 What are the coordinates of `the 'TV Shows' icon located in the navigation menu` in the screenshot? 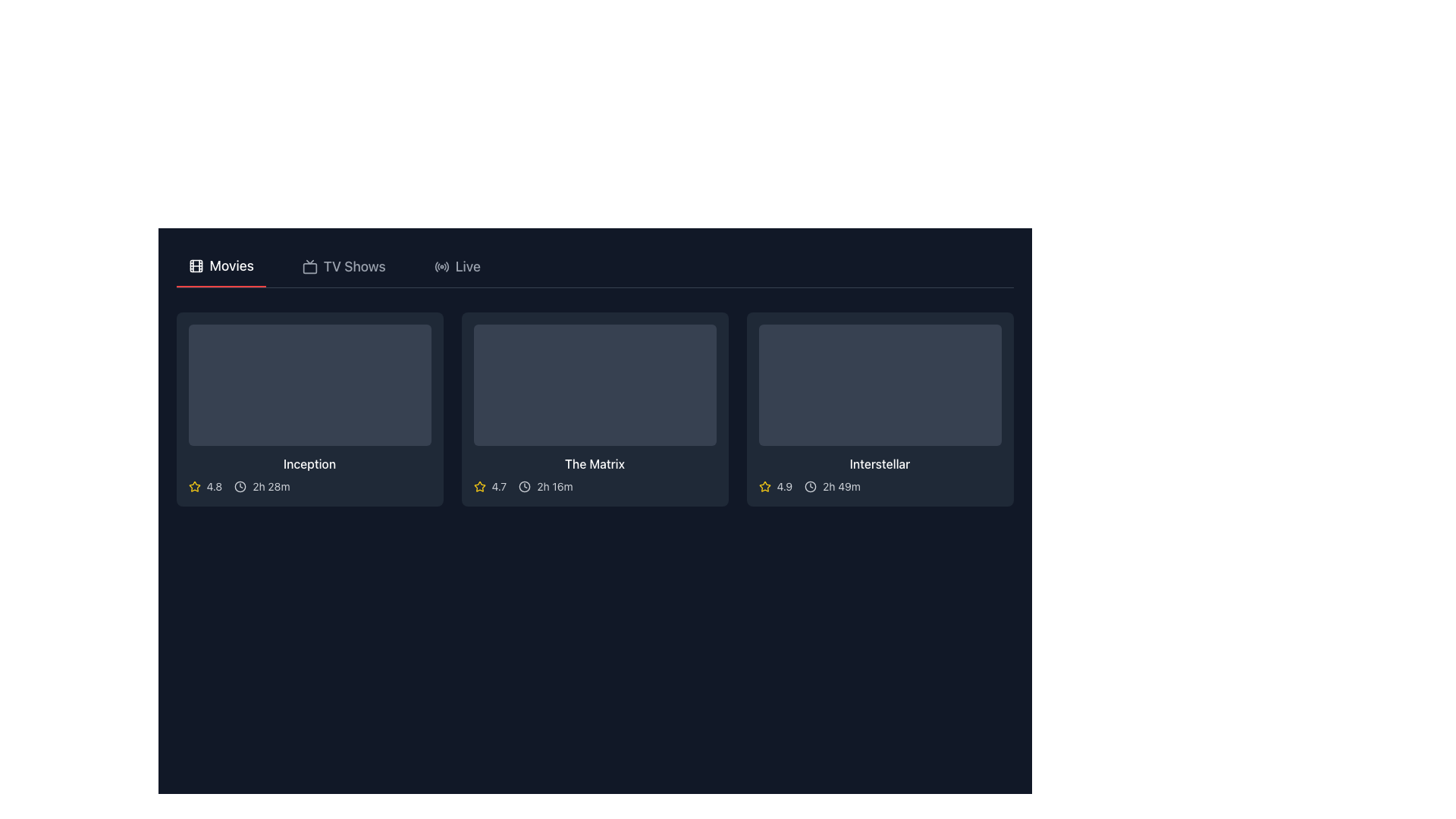 It's located at (309, 265).